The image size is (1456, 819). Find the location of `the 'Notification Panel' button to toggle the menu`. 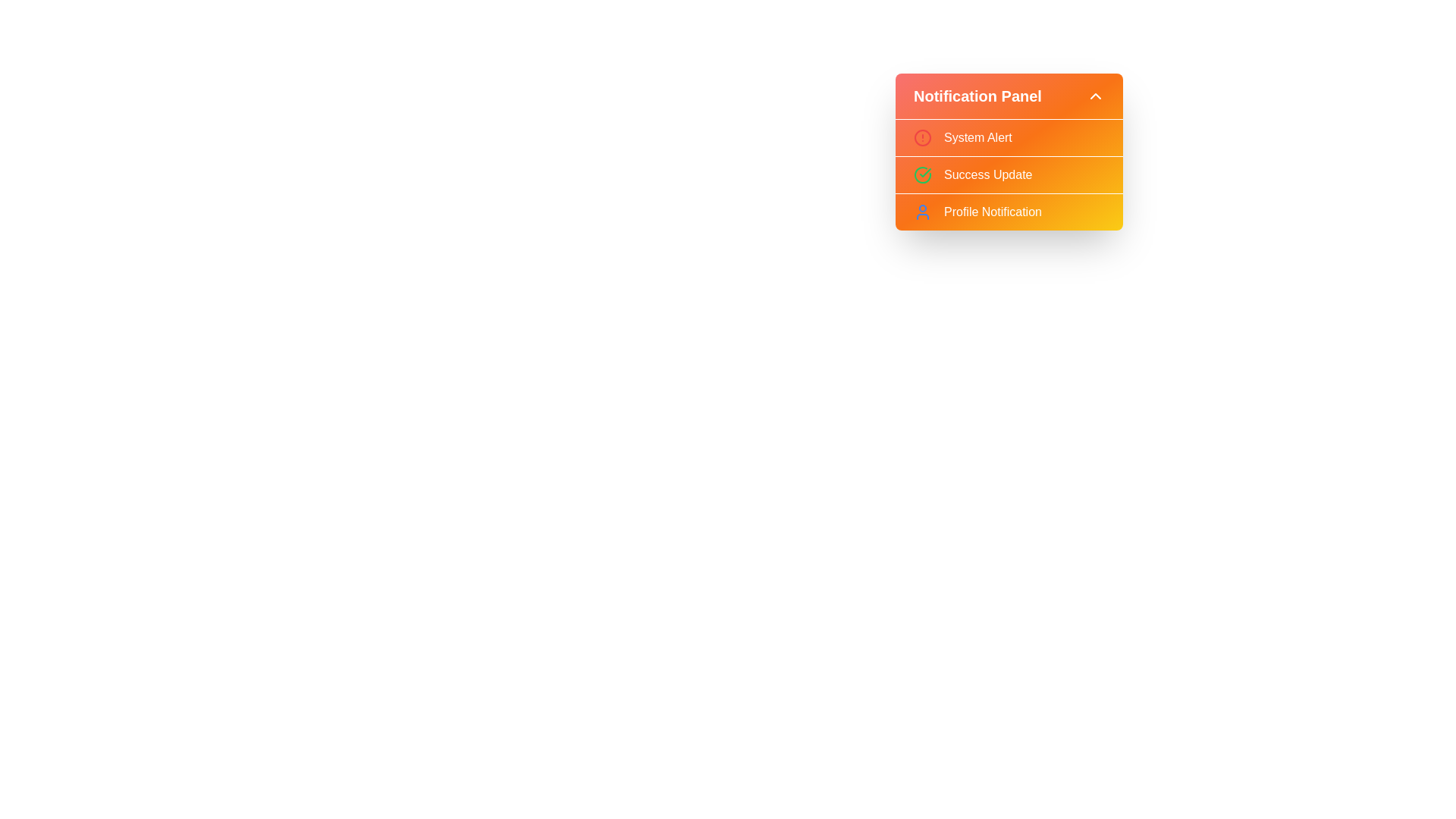

the 'Notification Panel' button to toggle the menu is located at coordinates (1009, 96).